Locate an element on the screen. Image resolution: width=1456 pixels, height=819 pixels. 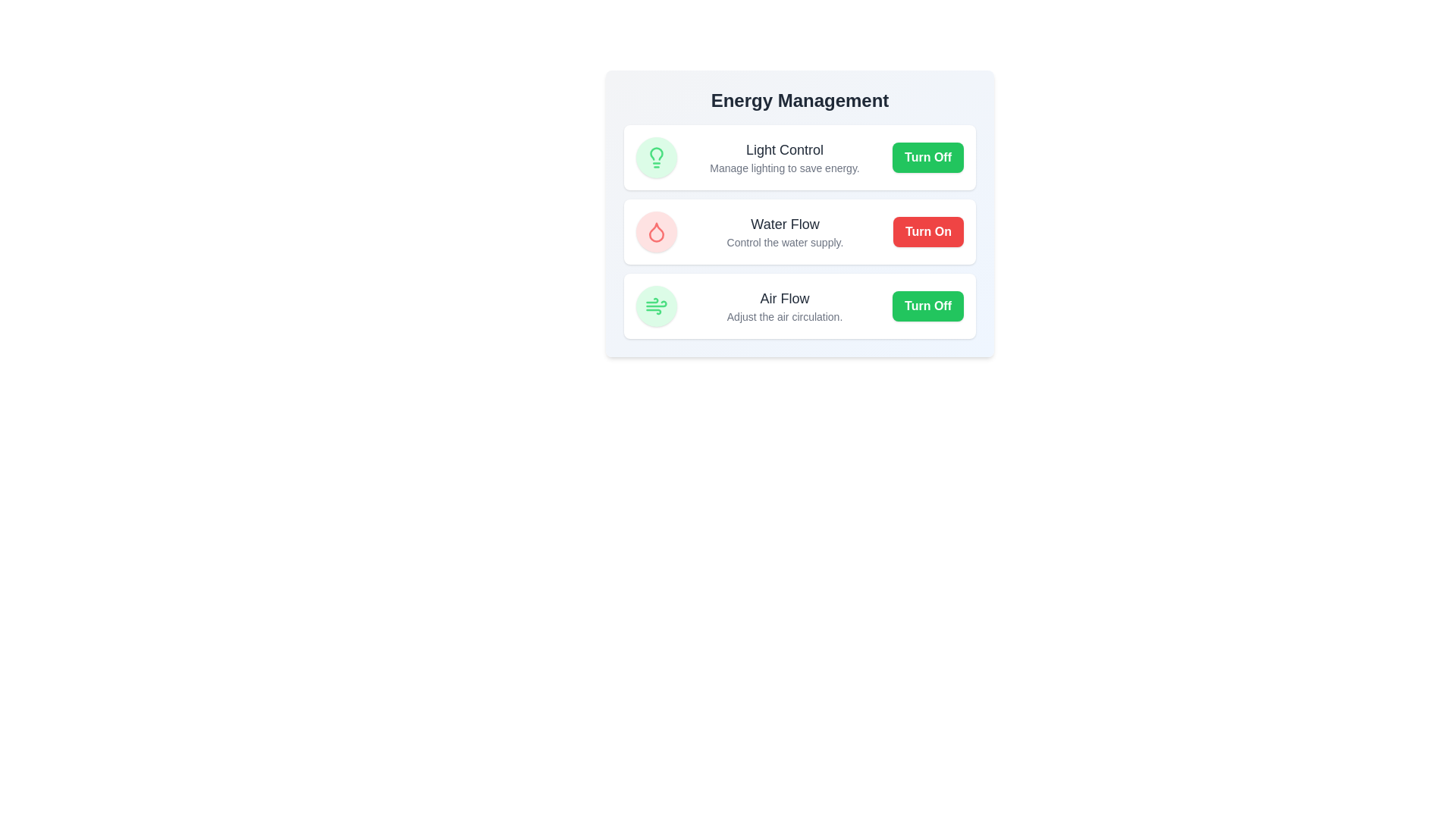
the 'Light Control' icon in the energy management interface, located in the topmost row, far left, adjacent to the text 'Light Control' is located at coordinates (656, 158).